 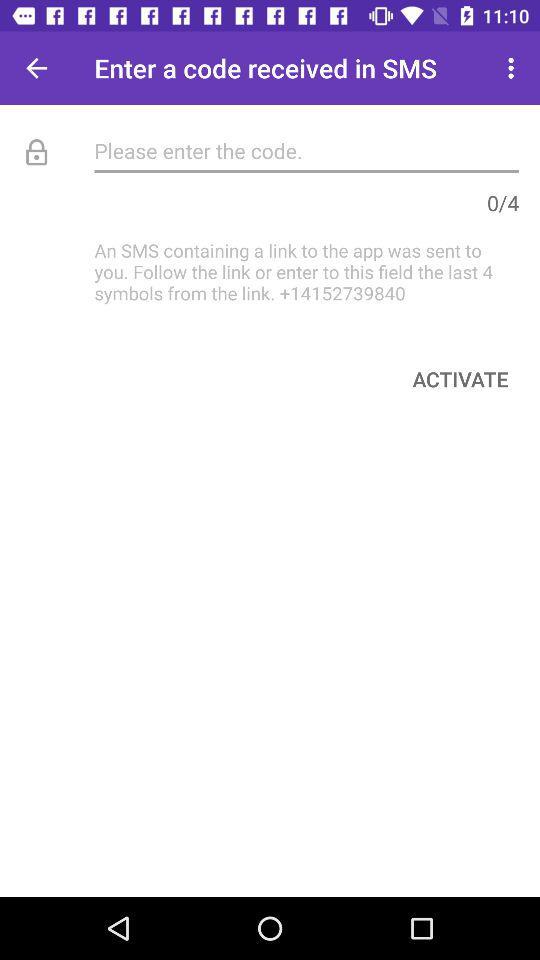 I want to click on go back, so click(x=36, y=68).